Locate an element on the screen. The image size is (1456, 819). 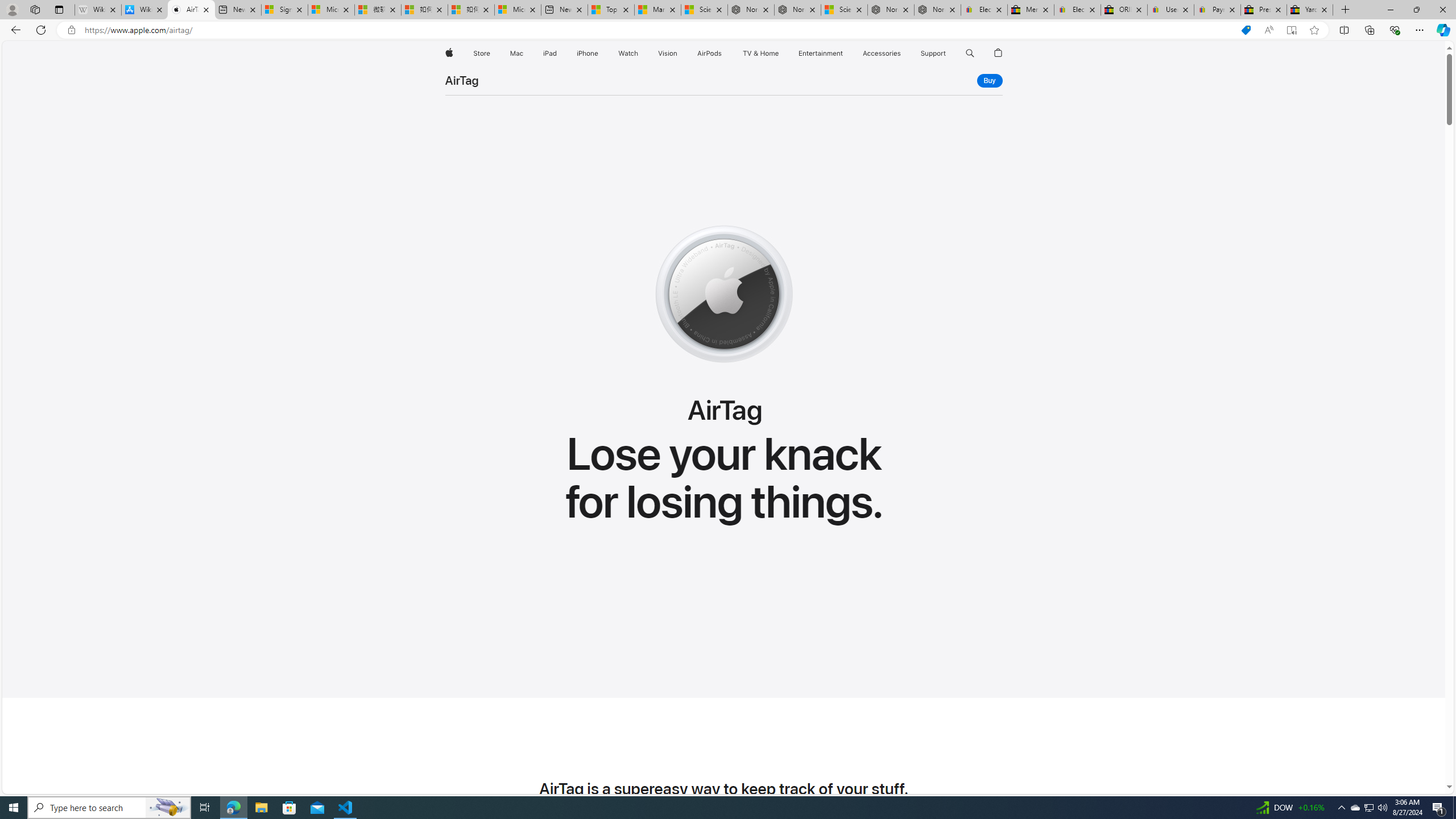
'Vision' is located at coordinates (668, 53).